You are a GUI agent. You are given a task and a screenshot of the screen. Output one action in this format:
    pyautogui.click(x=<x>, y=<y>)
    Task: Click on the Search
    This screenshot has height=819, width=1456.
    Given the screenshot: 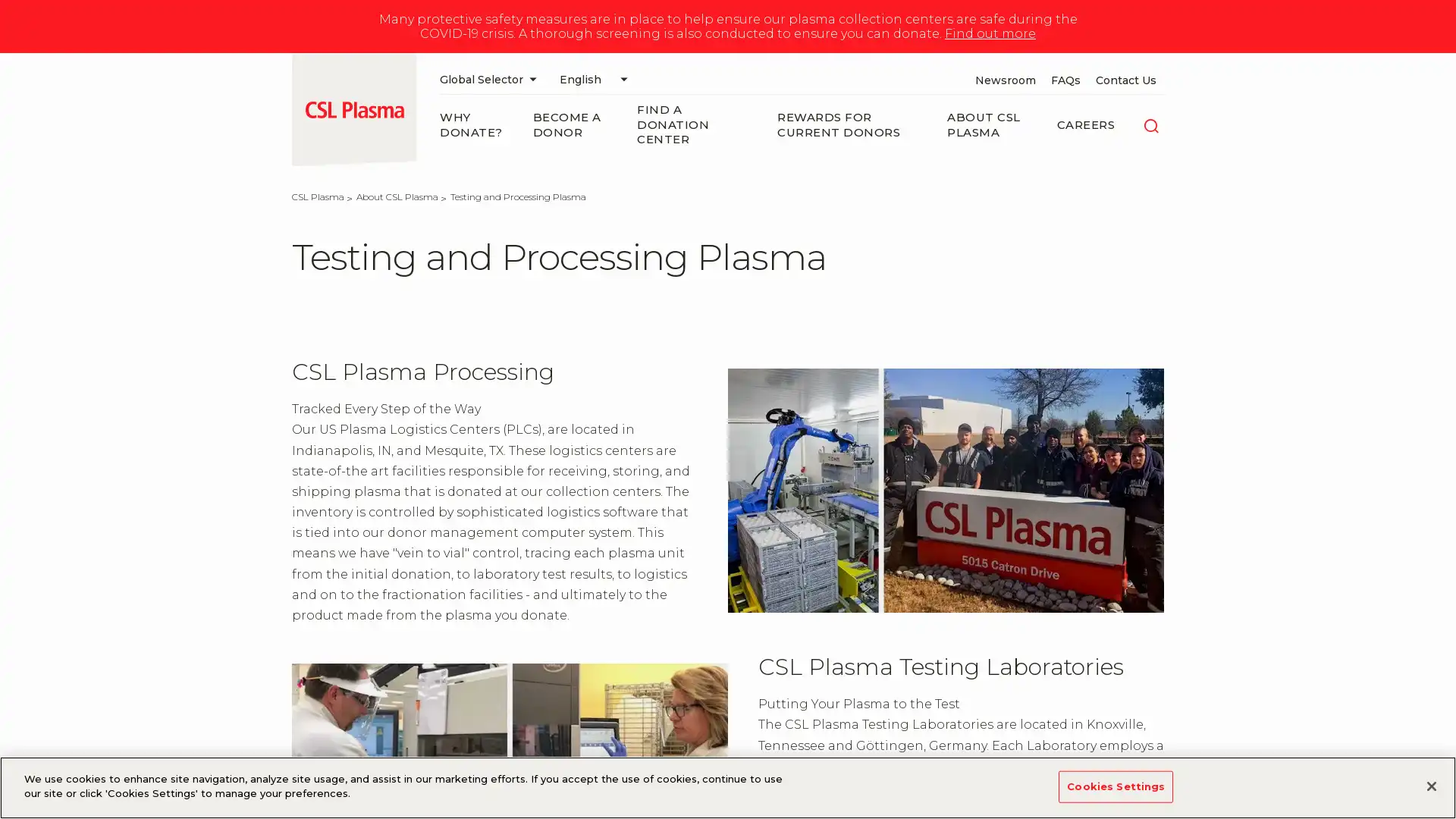 What is the action you would take?
    pyautogui.click(x=1150, y=124)
    